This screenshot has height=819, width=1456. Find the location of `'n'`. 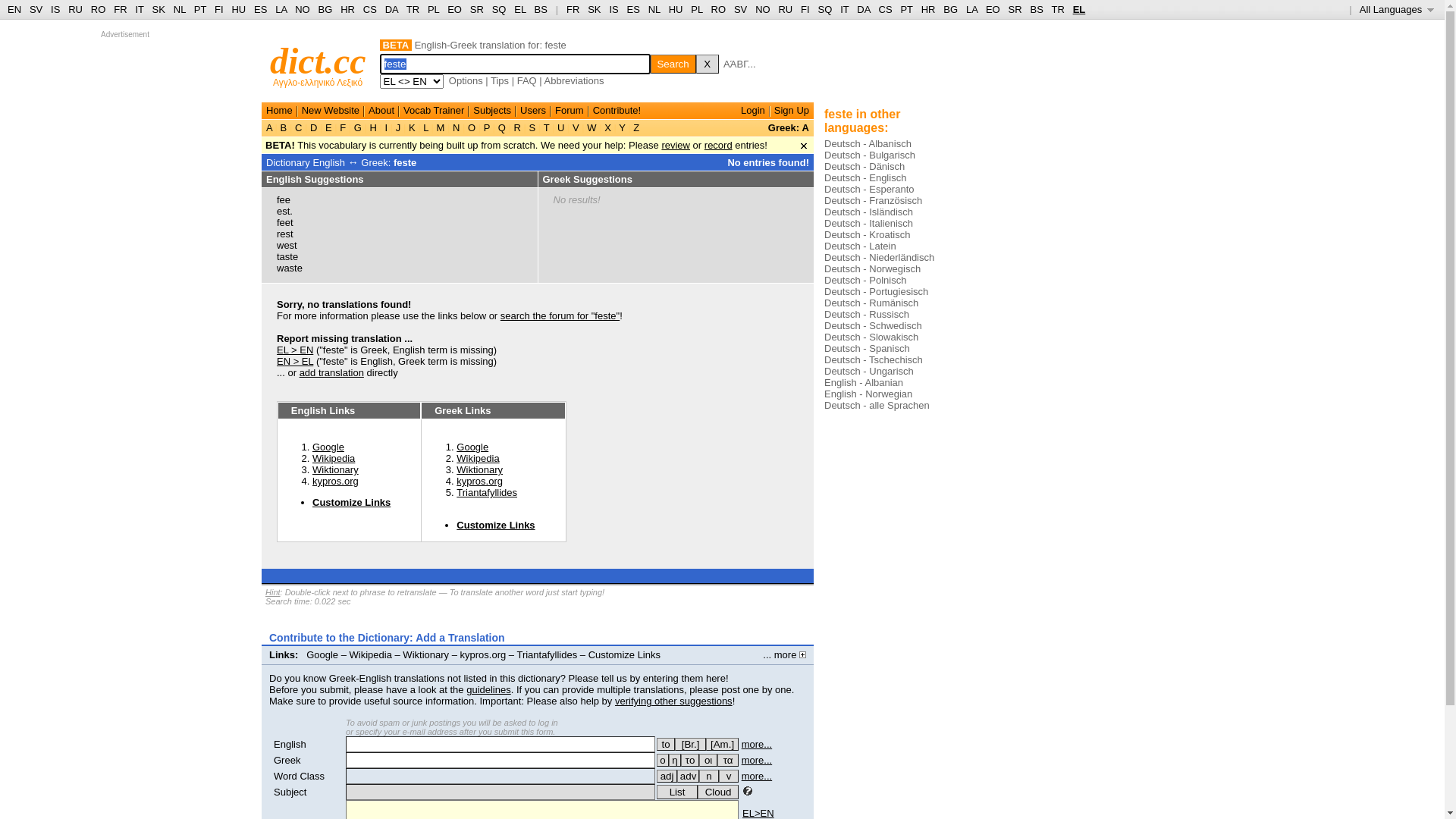

'n' is located at coordinates (698, 776).